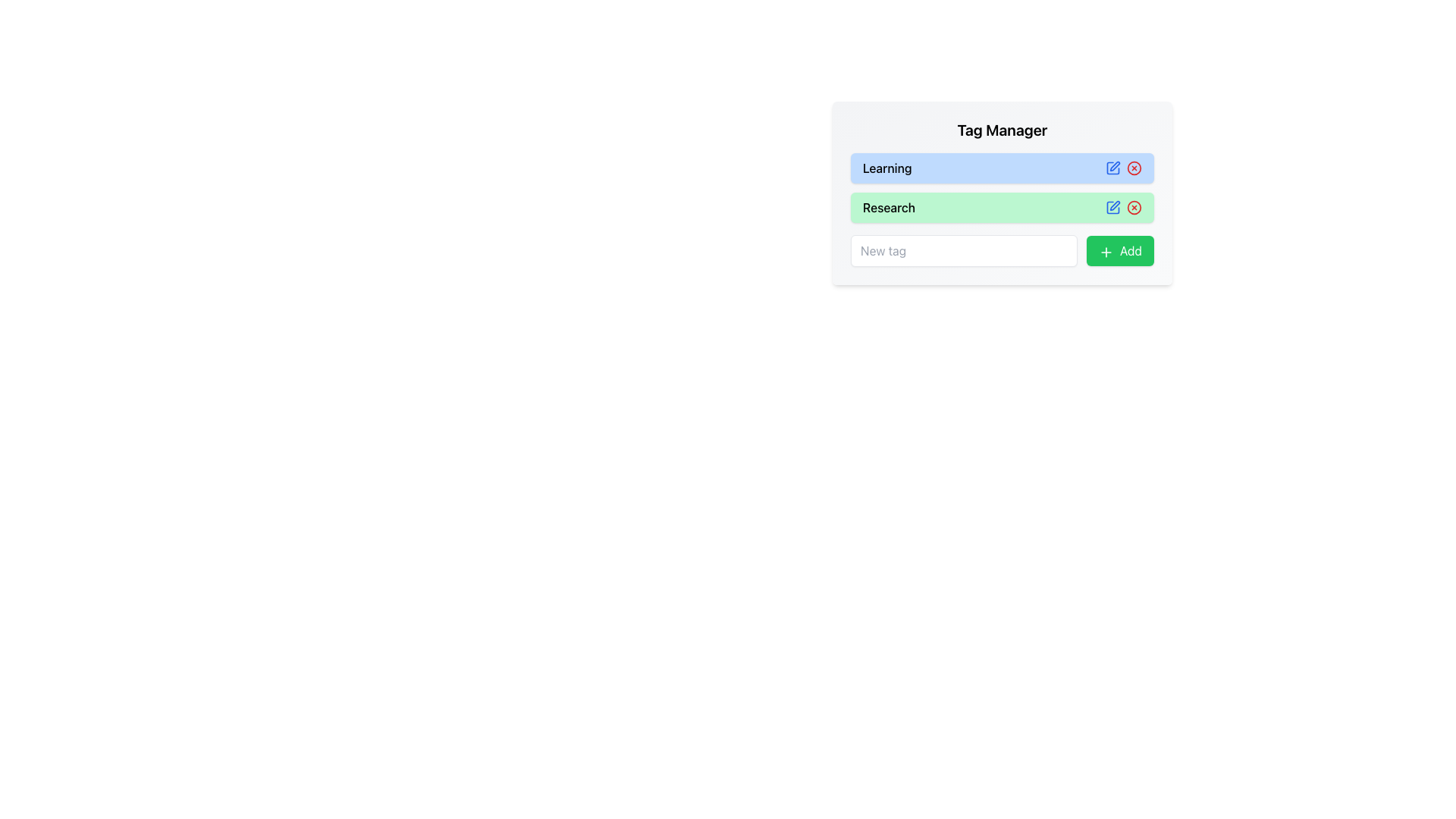 The image size is (1456, 819). Describe the element at coordinates (1114, 166) in the screenshot. I see `the small graphic icon resembling a pen or pencil located next to the 'Learning' label` at that location.